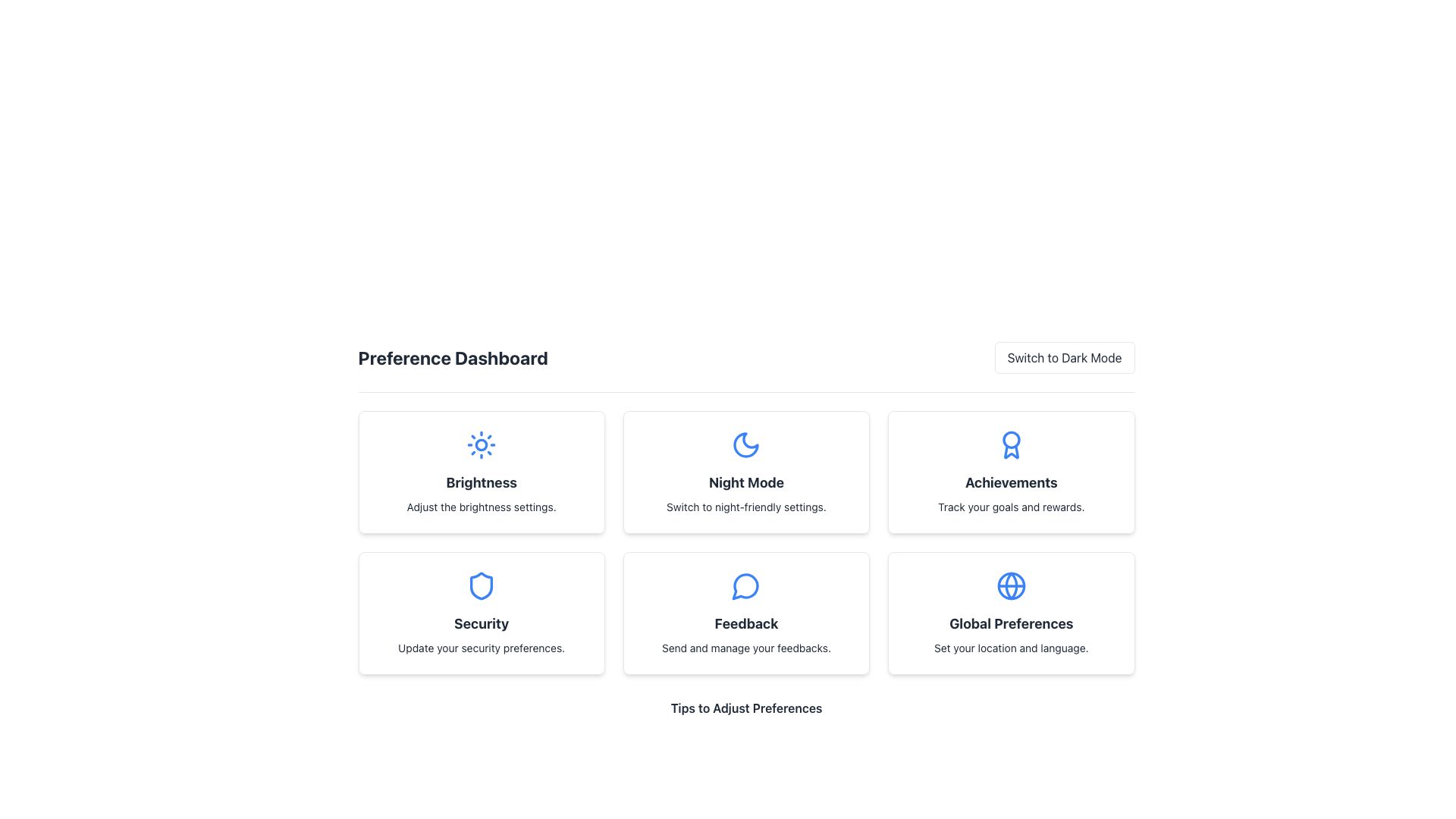  I want to click on the 'Feedback' interactive card, which features a blue speech bubble icon at the top and the text 'Send and manage your feedbacks.', so click(746, 613).